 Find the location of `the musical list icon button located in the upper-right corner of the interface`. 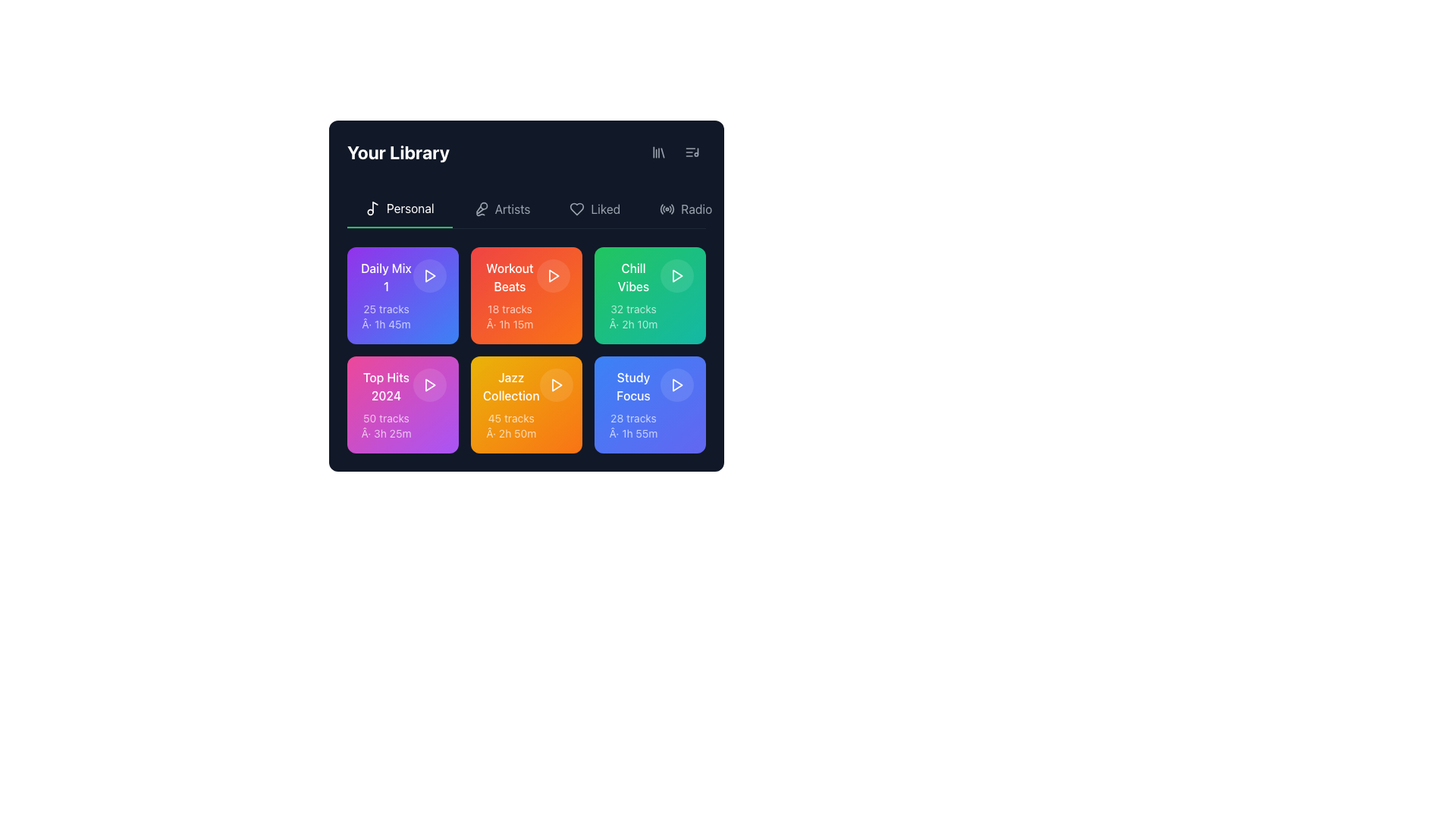

the musical list icon button located in the upper-right corner of the interface is located at coordinates (691, 152).